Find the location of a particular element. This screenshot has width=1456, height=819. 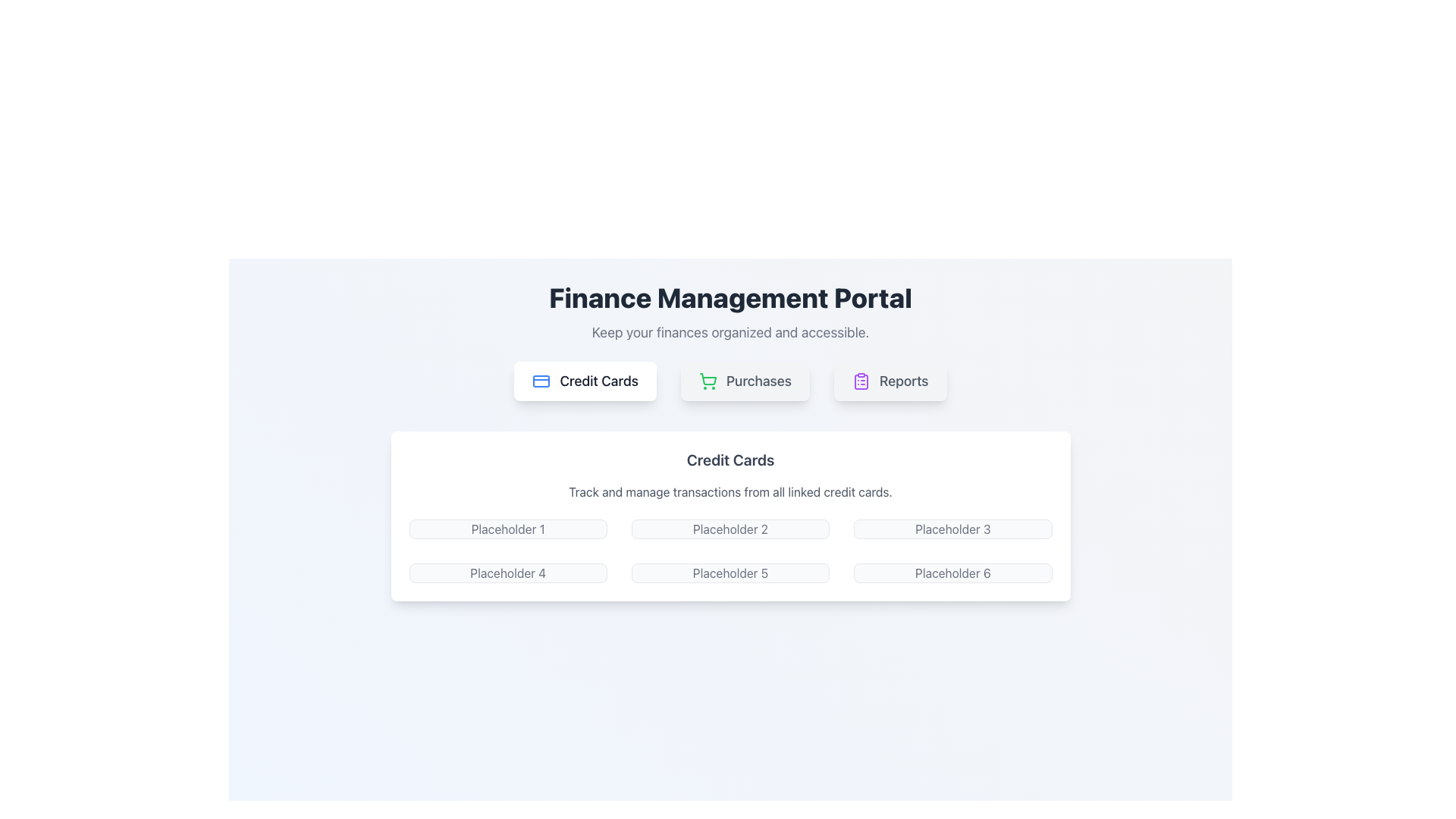

the 'Reports' button, which is styled with a light gray background and a clipboard icon is located at coordinates (890, 380).